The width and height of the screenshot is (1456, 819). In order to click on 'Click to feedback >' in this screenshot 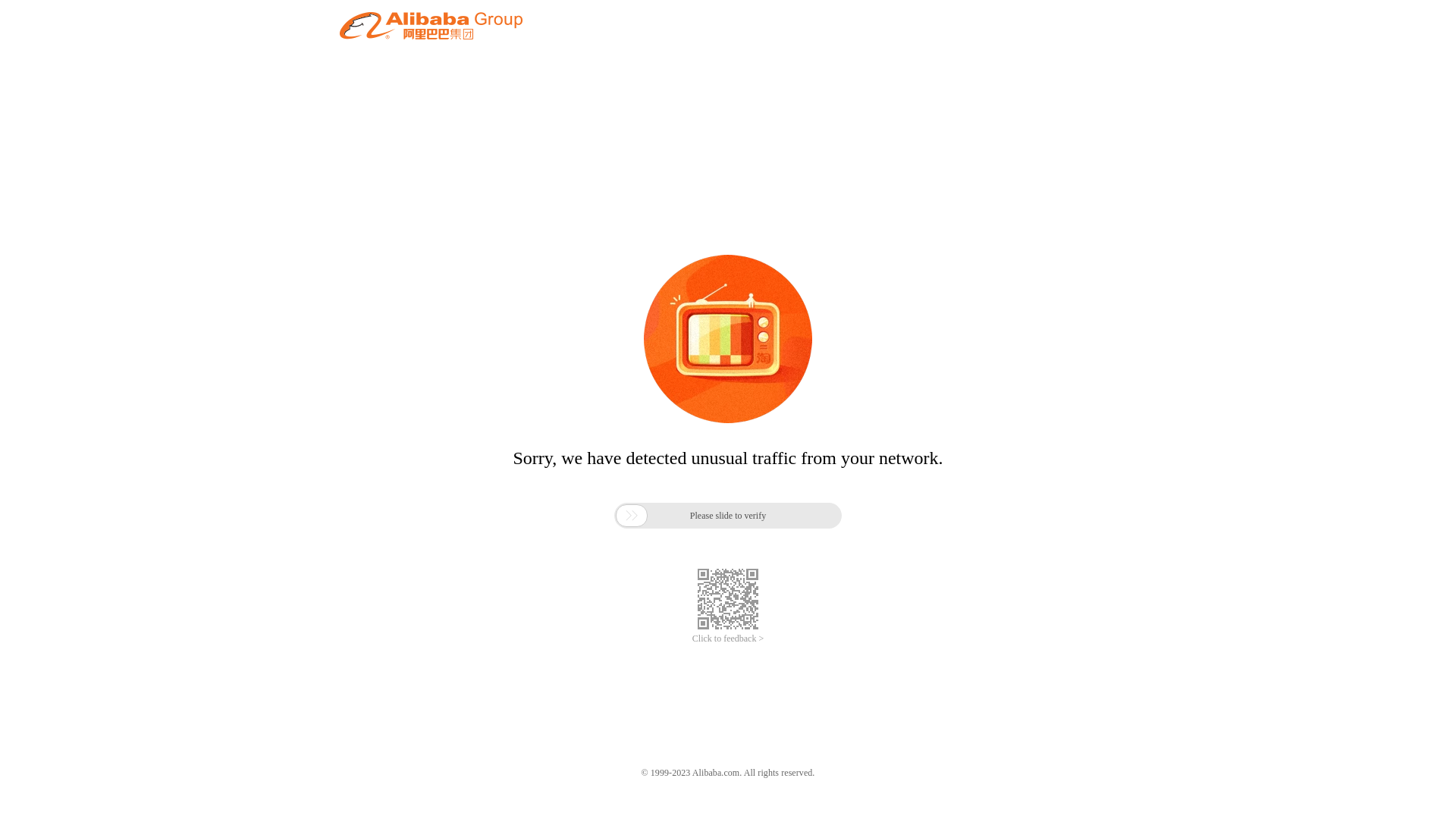, I will do `click(728, 639)`.